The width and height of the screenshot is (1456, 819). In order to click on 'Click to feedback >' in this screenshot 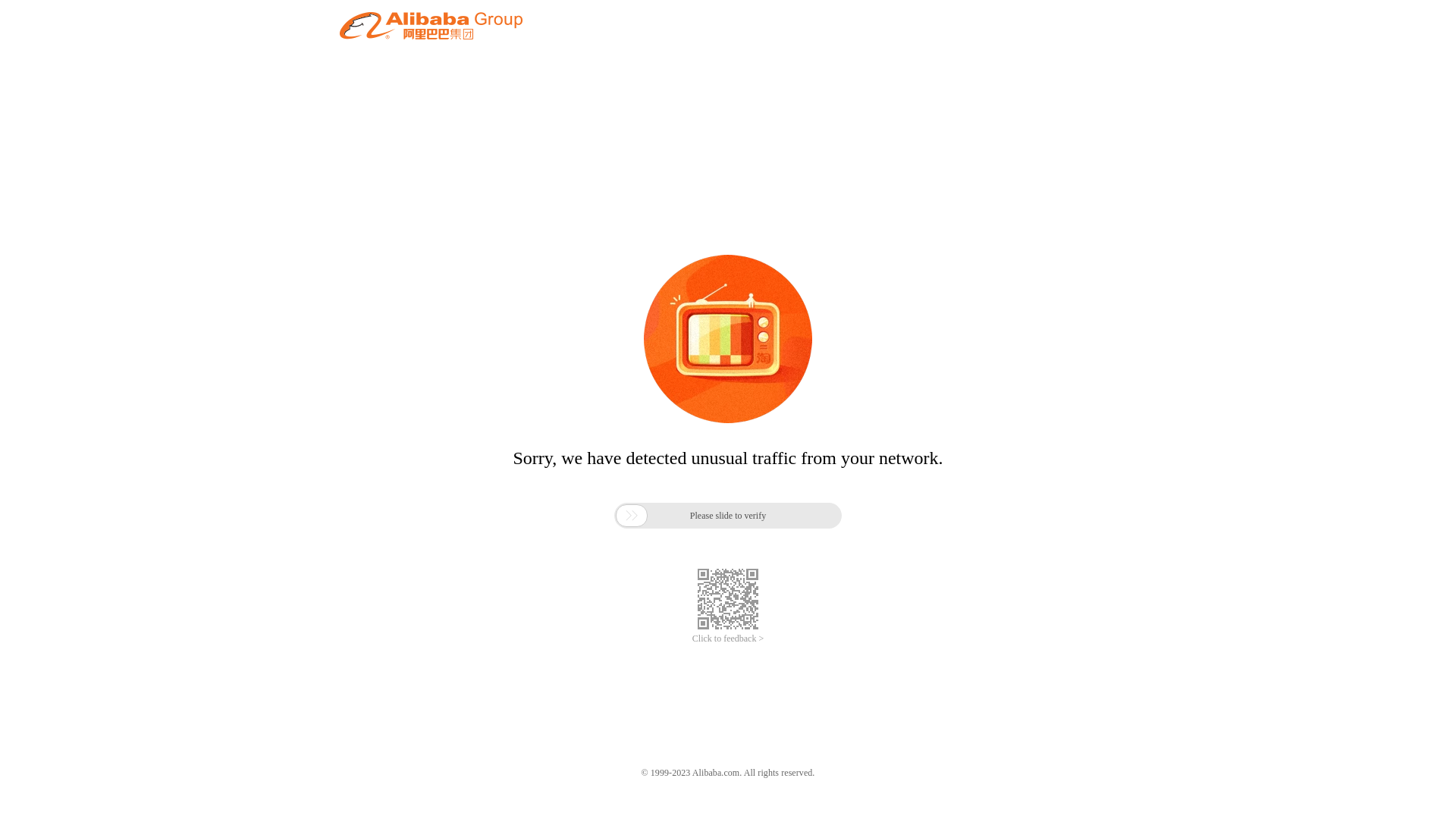, I will do `click(728, 639)`.